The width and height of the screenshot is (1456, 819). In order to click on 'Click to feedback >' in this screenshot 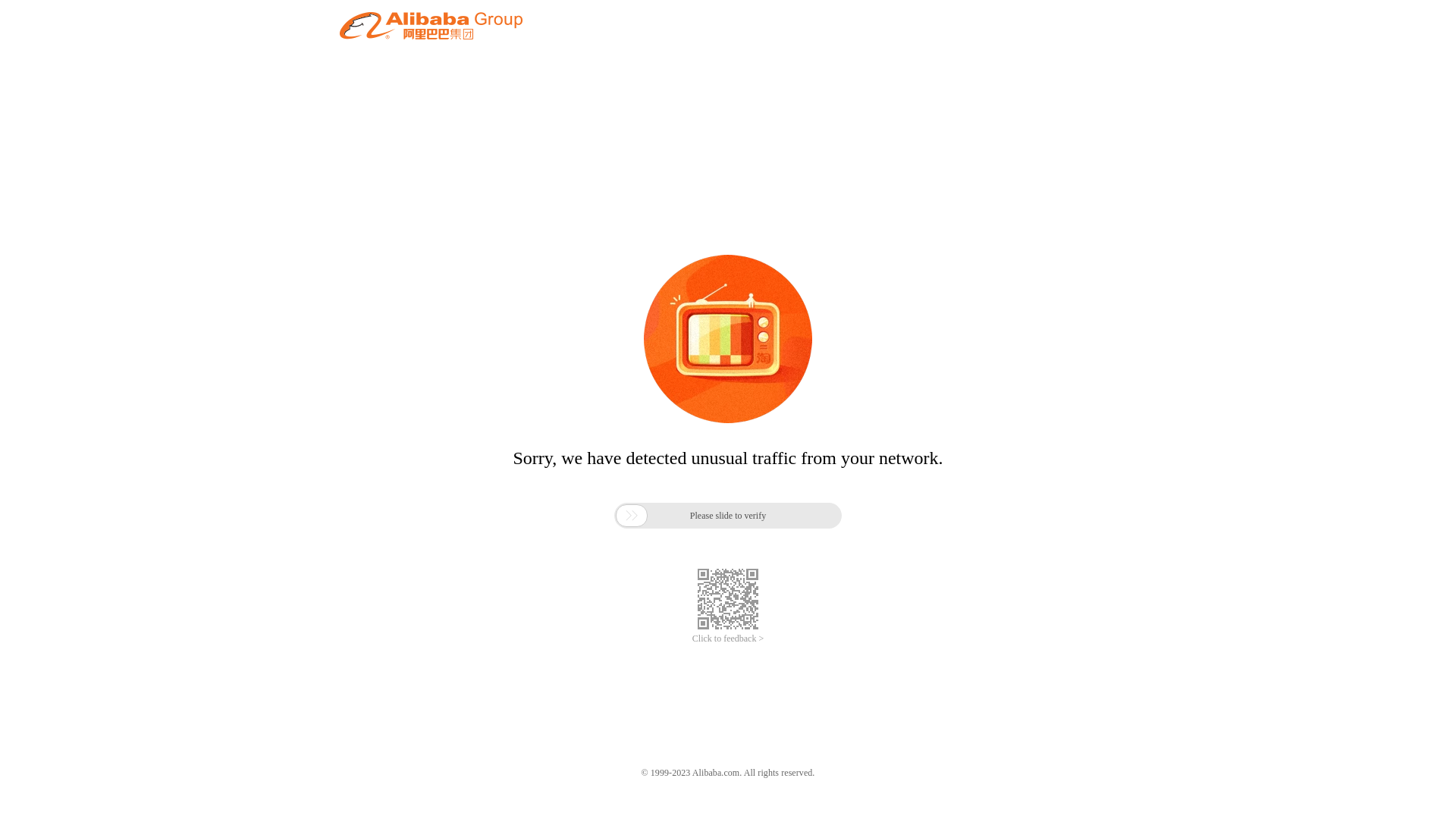, I will do `click(728, 639)`.